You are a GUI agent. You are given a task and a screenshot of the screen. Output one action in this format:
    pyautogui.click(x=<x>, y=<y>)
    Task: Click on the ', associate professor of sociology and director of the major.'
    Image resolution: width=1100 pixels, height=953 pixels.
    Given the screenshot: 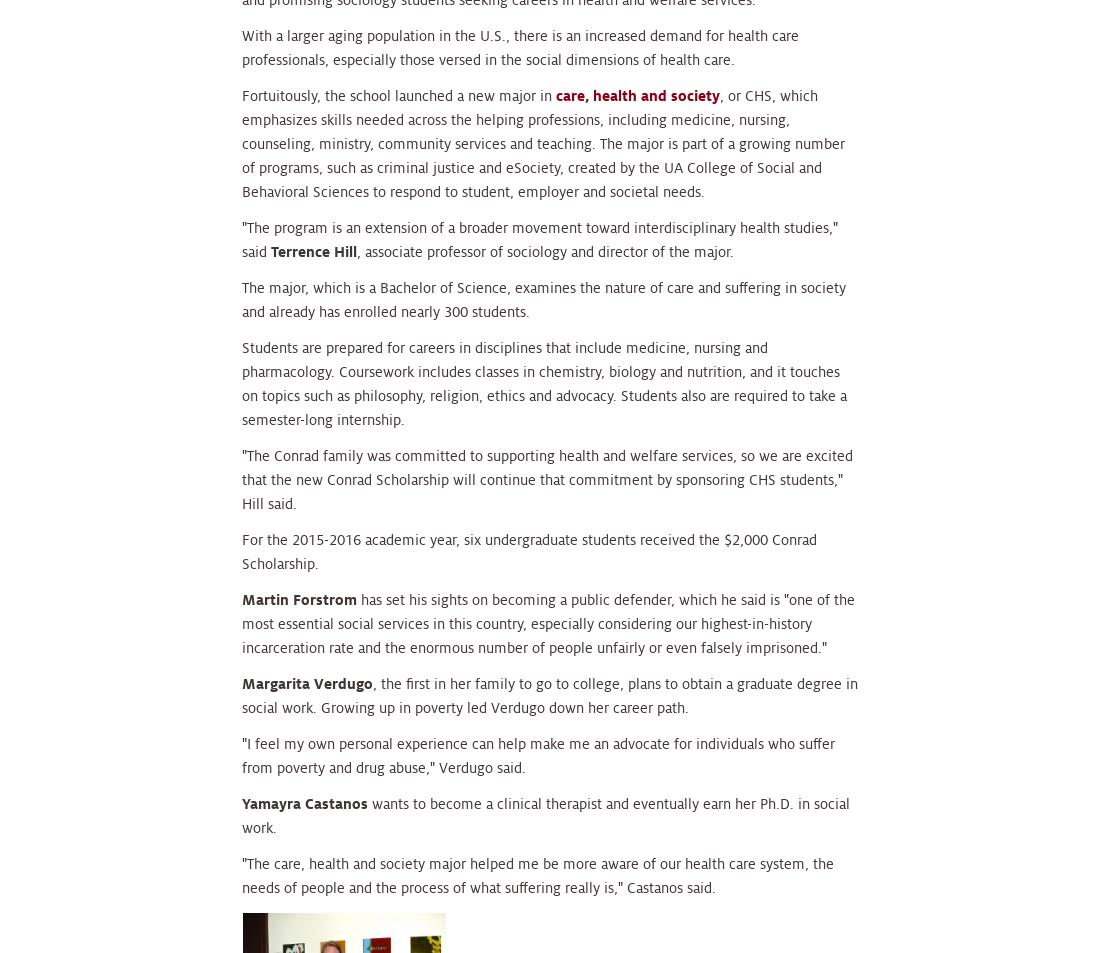 What is the action you would take?
    pyautogui.click(x=545, y=250)
    